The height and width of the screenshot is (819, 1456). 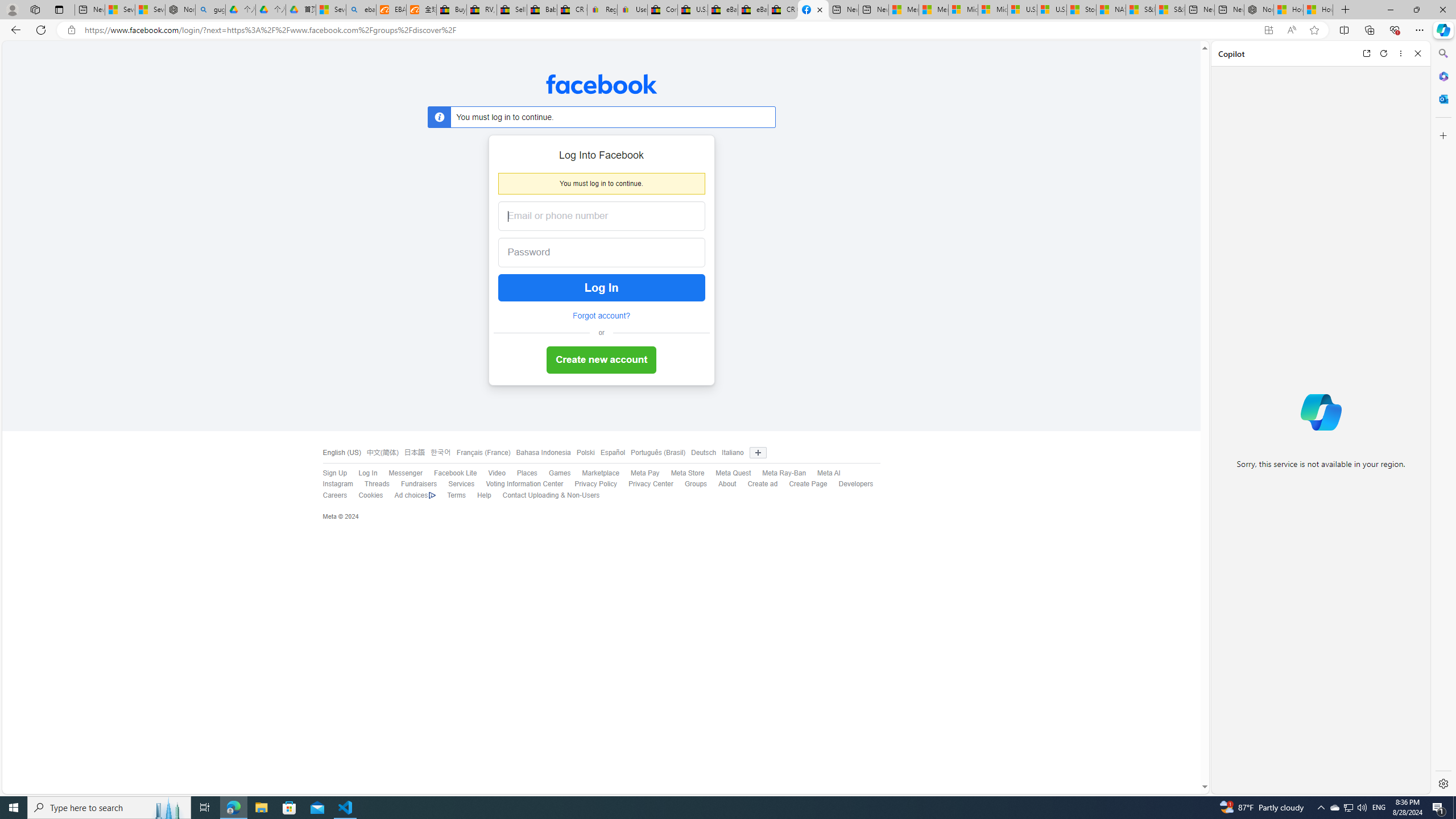 What do you see at coordinates (582, 453) in the screenshot?
I see `'Polski'` at bounding box center [582, 453].